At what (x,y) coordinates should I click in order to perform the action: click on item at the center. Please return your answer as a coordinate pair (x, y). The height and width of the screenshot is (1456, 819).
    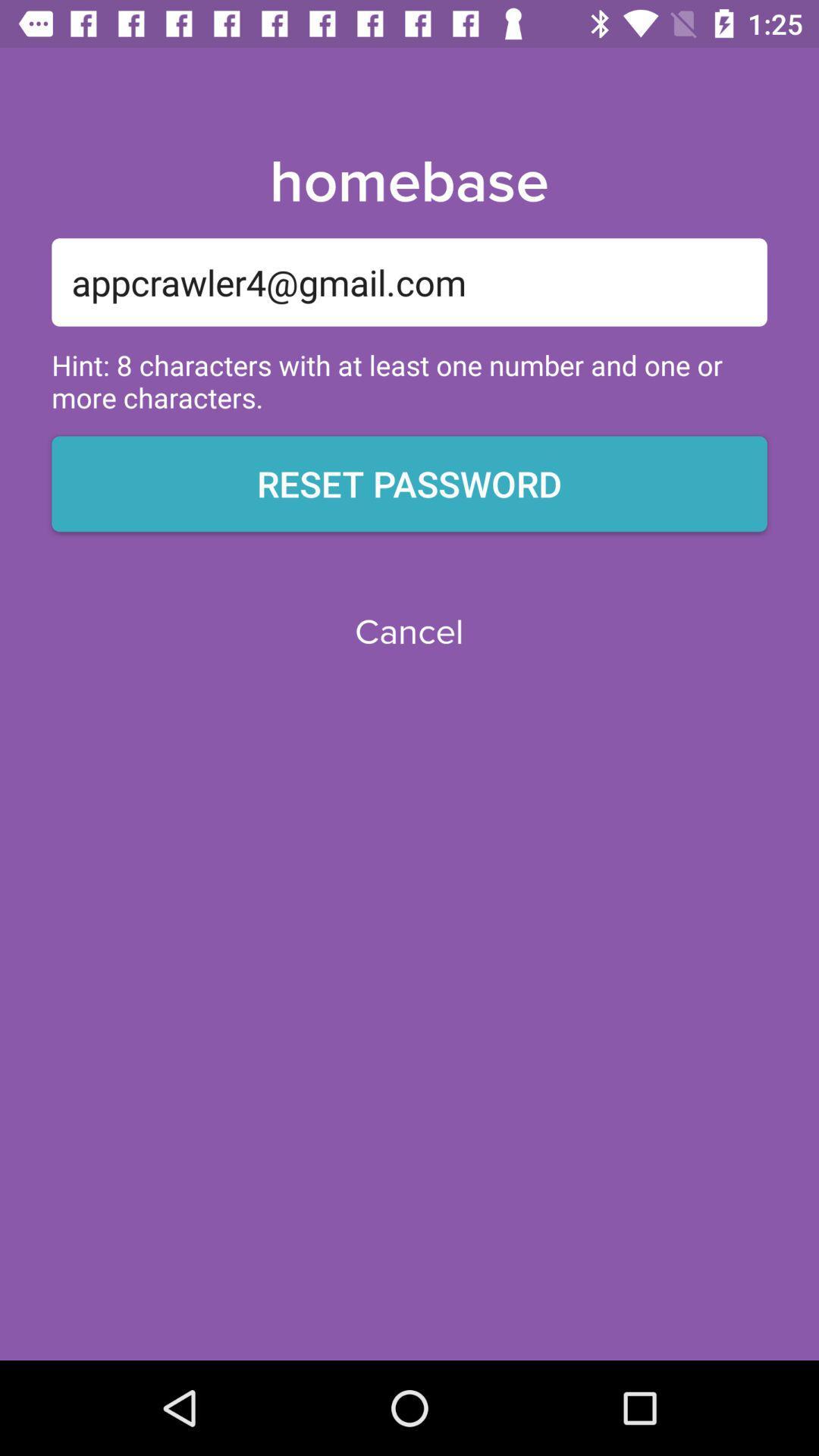
    Looking at the image, I should click on (408, 632).